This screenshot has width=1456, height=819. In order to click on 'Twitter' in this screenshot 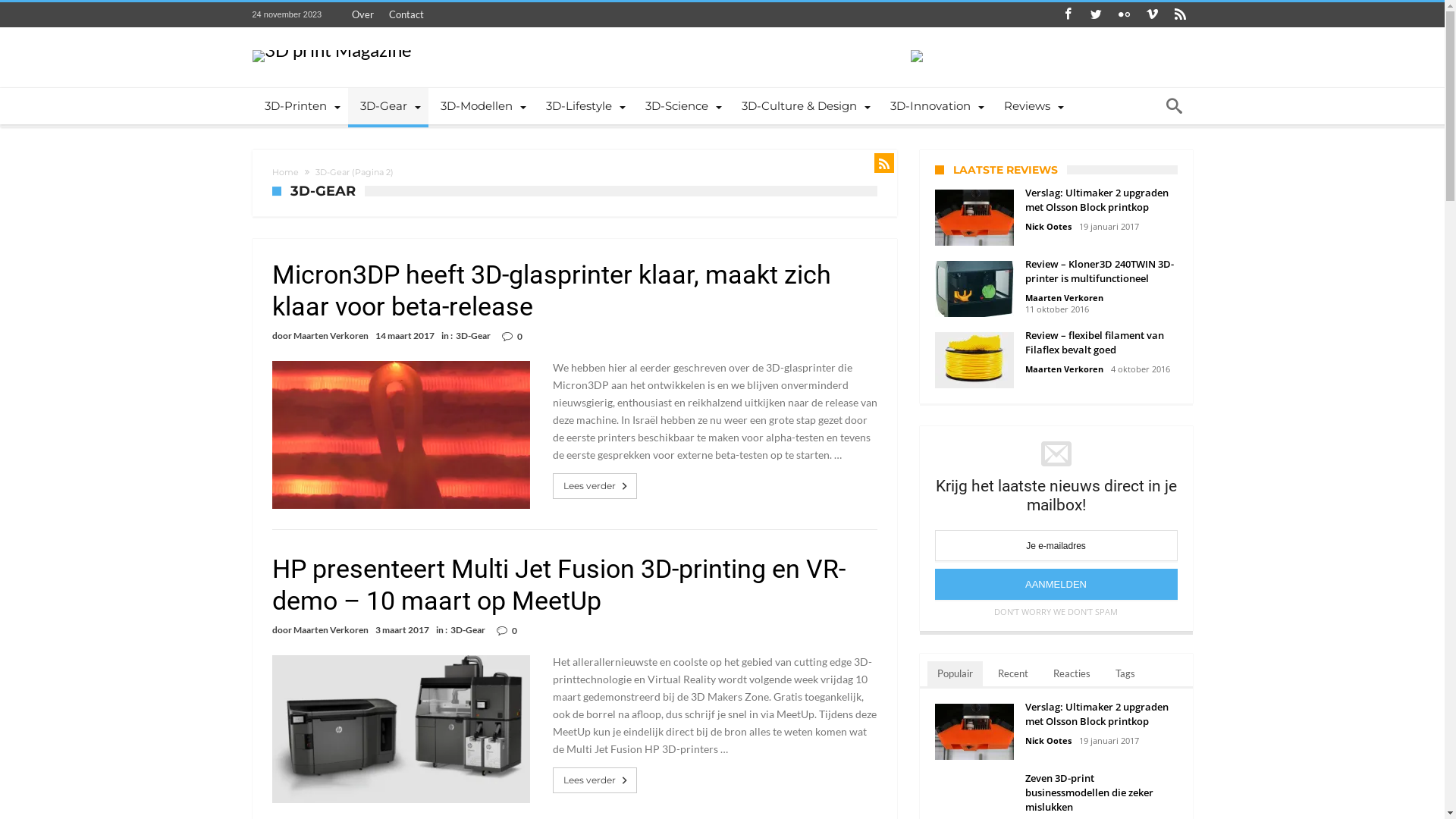, I will do `click(1096, 14)`.